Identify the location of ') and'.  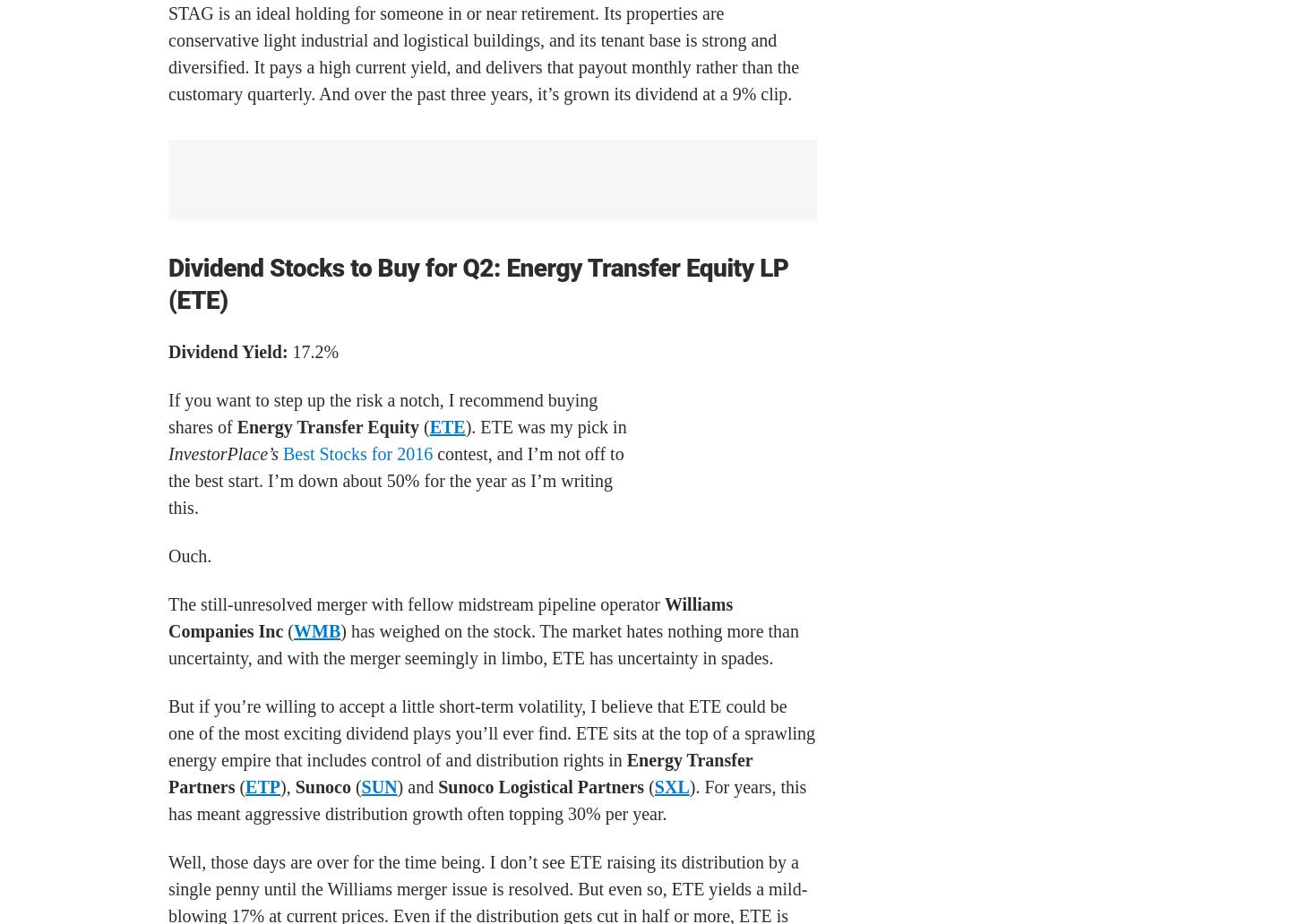
(417, 786).